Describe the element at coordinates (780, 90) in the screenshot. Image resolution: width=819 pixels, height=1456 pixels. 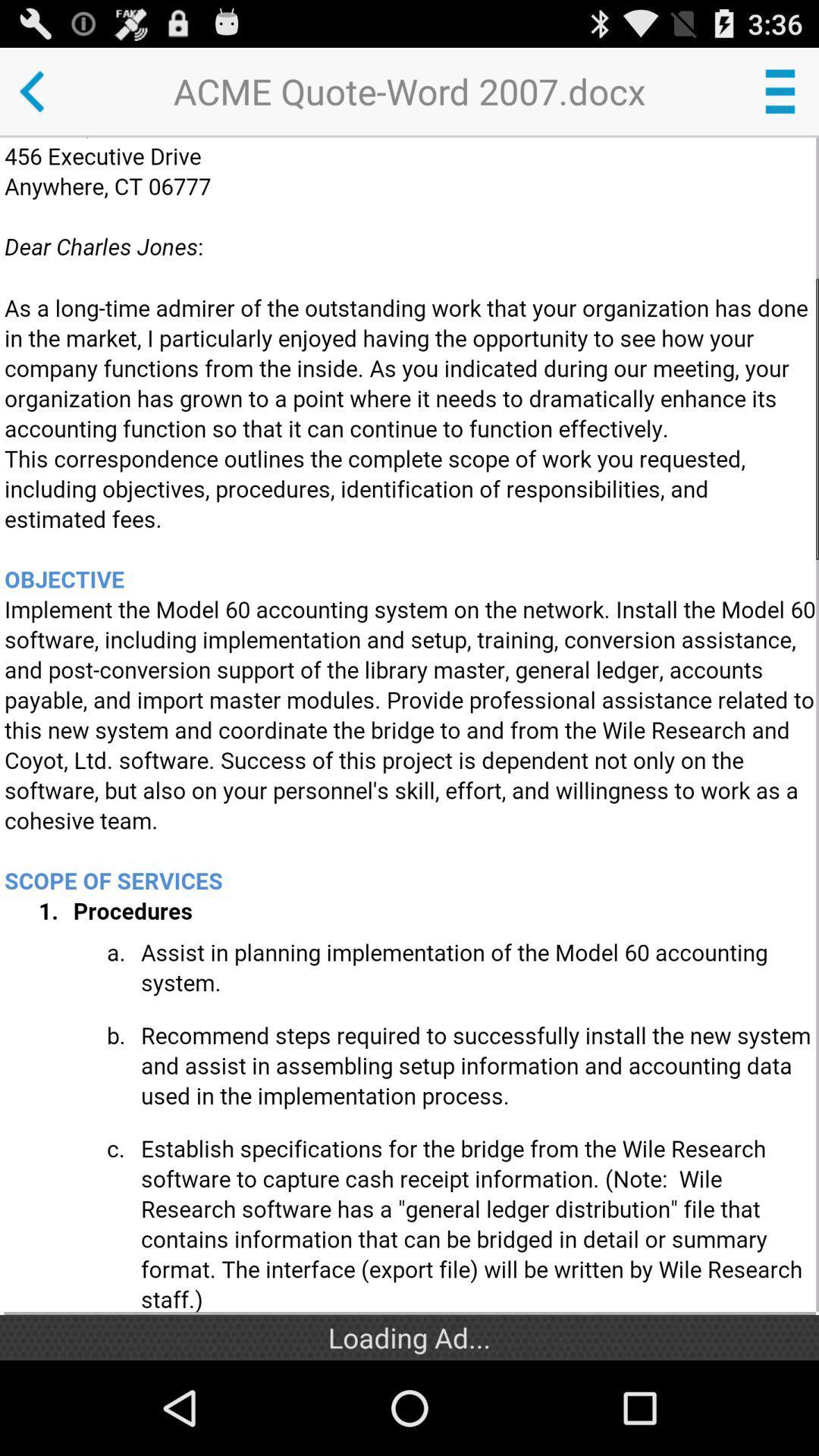
I see `open menu` at that location.